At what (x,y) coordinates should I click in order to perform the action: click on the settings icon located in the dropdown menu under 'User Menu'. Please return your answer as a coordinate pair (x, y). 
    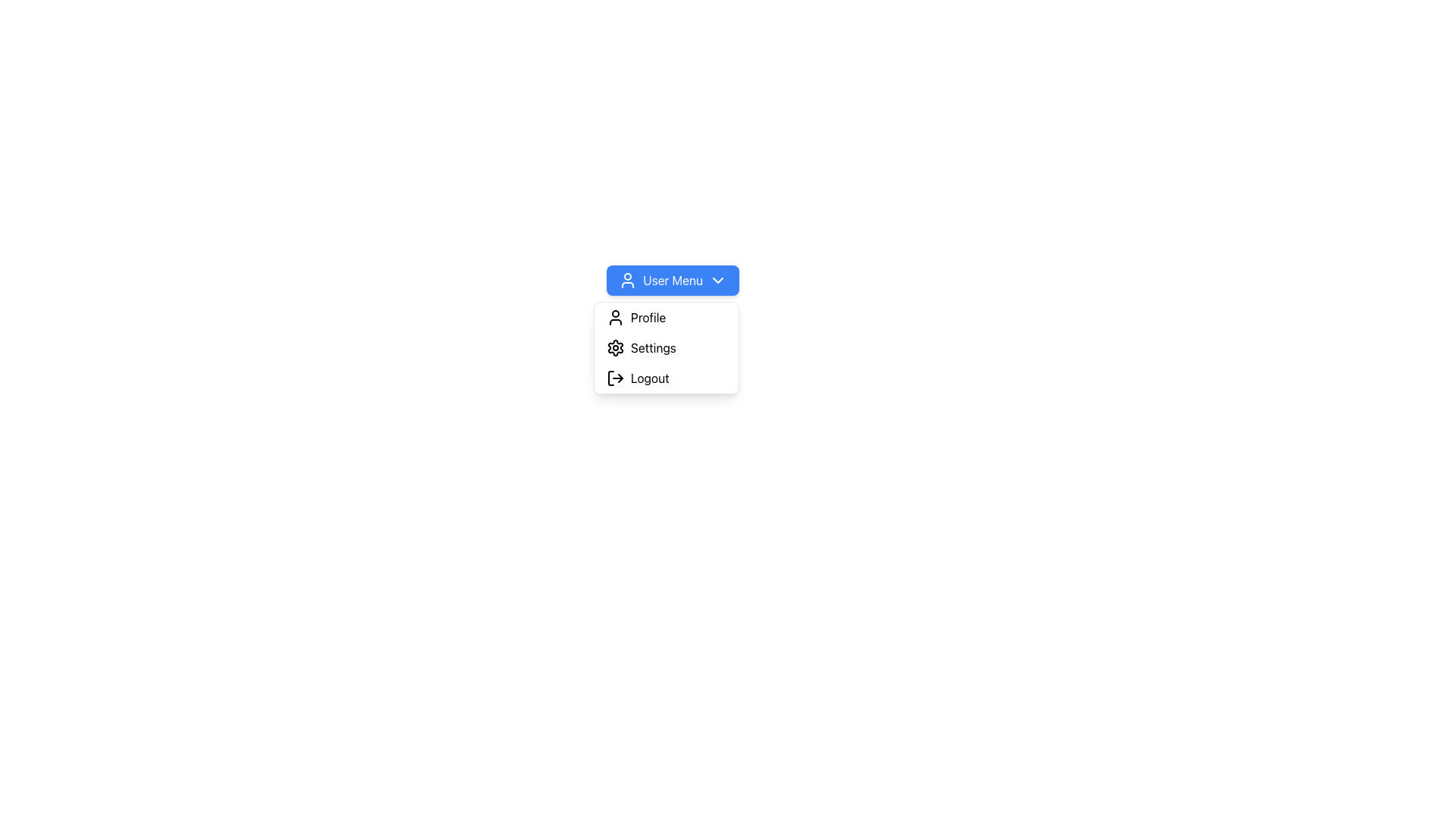
    Looking at the image, I should click on (615, 348).